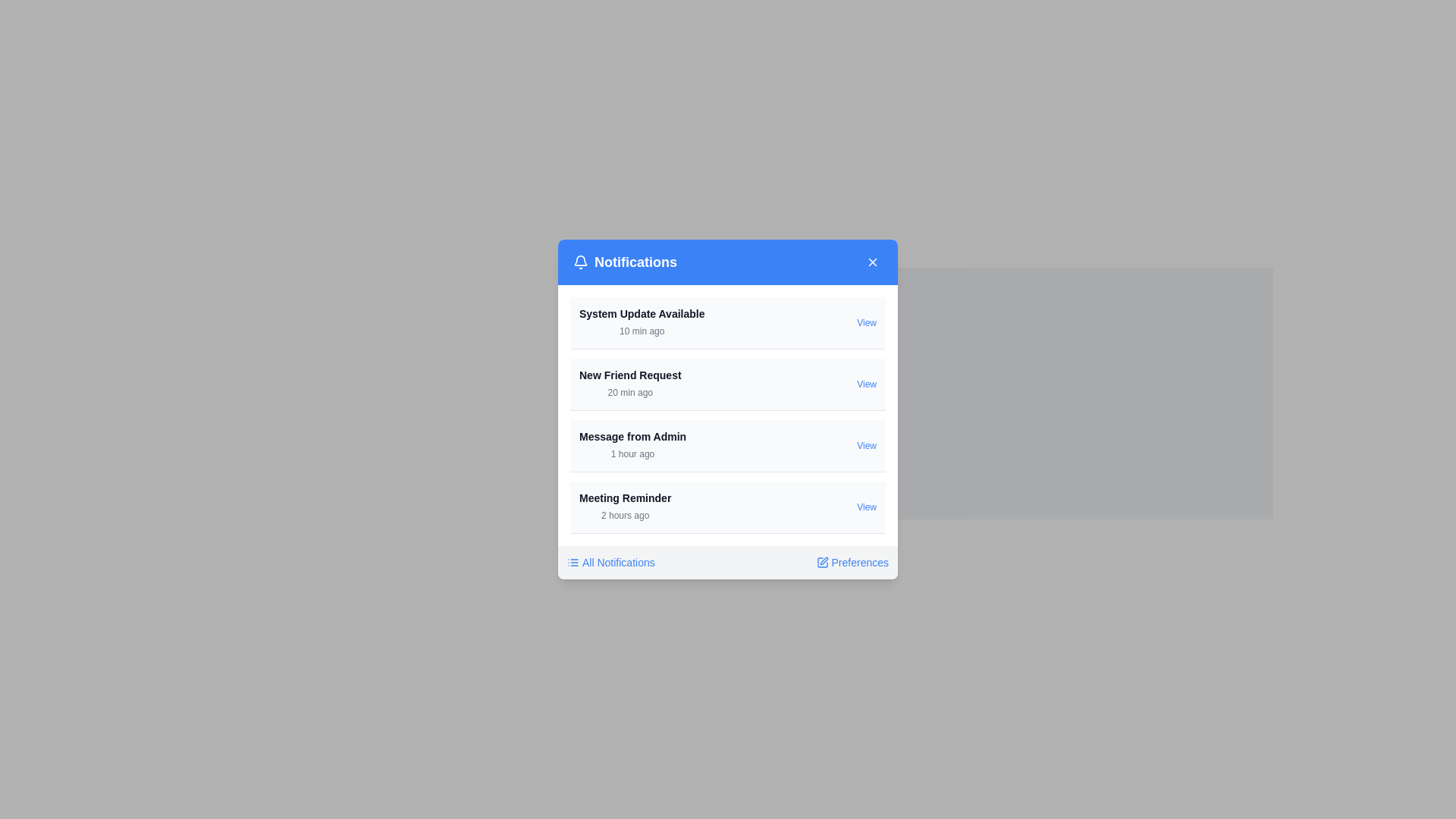  I want to click on the first Notification entry in the notification panel that summarizes a system alert or update, located below the 'Notifications' header, so click(642, 322).